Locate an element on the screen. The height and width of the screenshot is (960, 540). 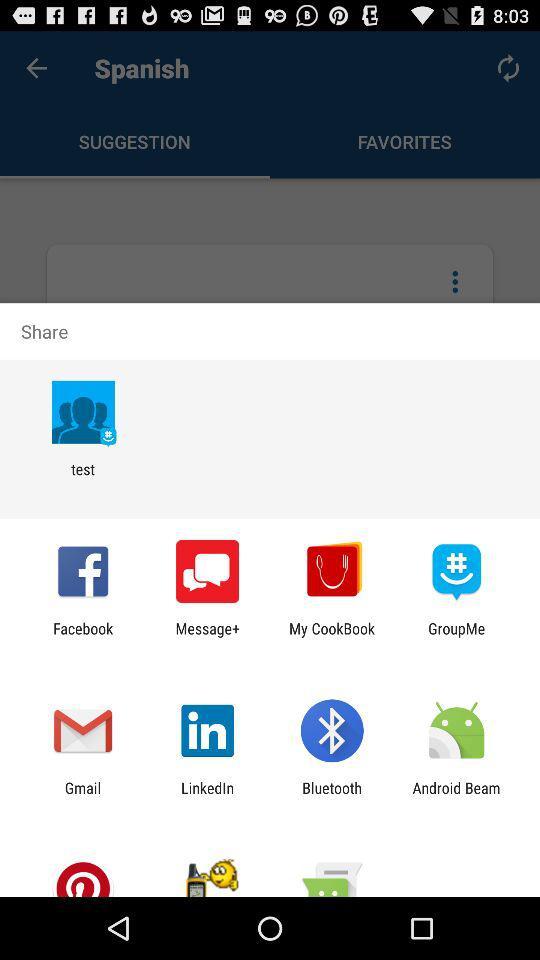
the icon to the right of gmail item is located at coordinates (206, 796).